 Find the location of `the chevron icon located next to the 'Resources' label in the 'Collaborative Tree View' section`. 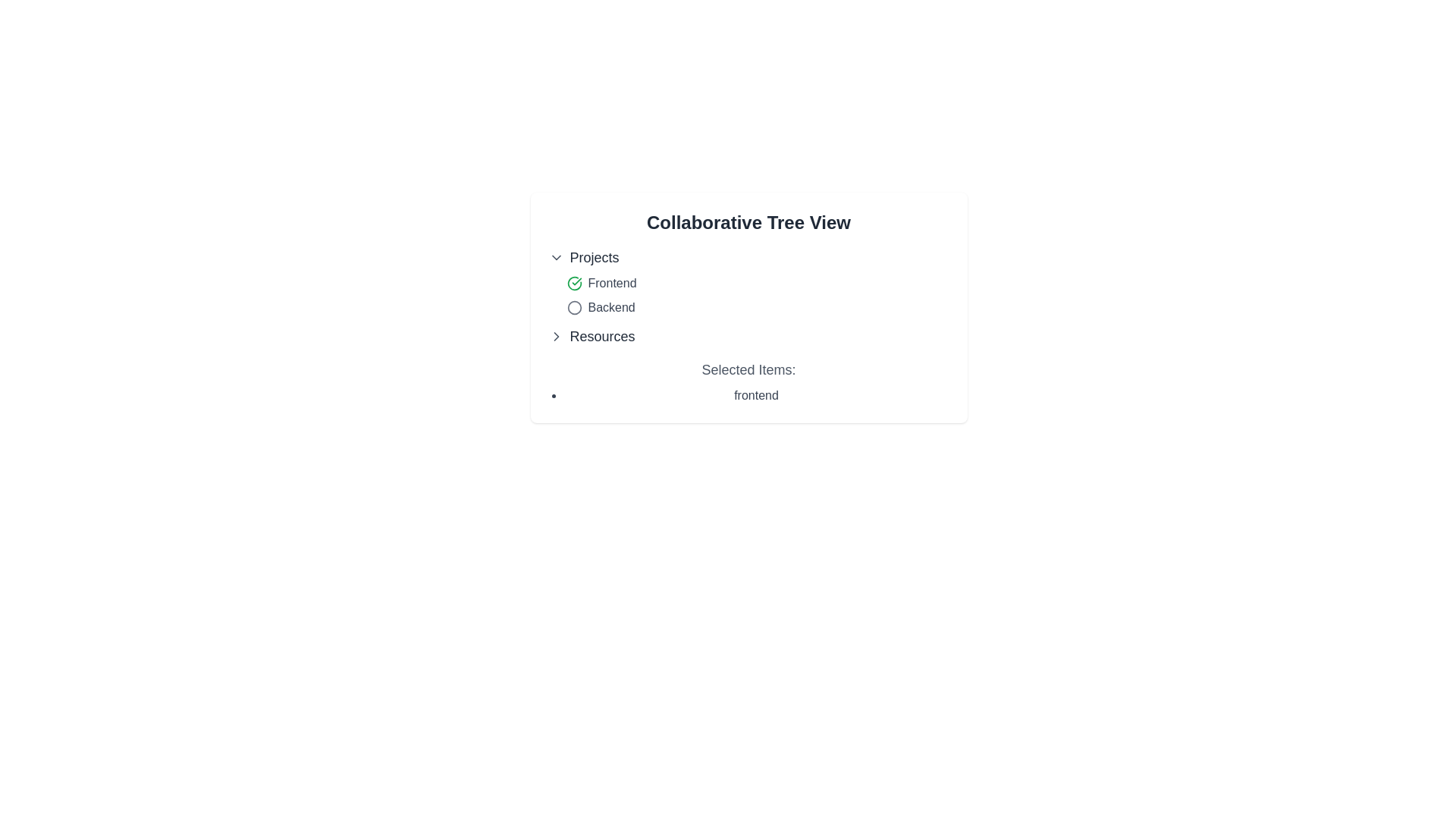

the chevron icon located next to the 'Resources' label in the 'Collaborative Tree View' section is located at coordinates (555, 335).